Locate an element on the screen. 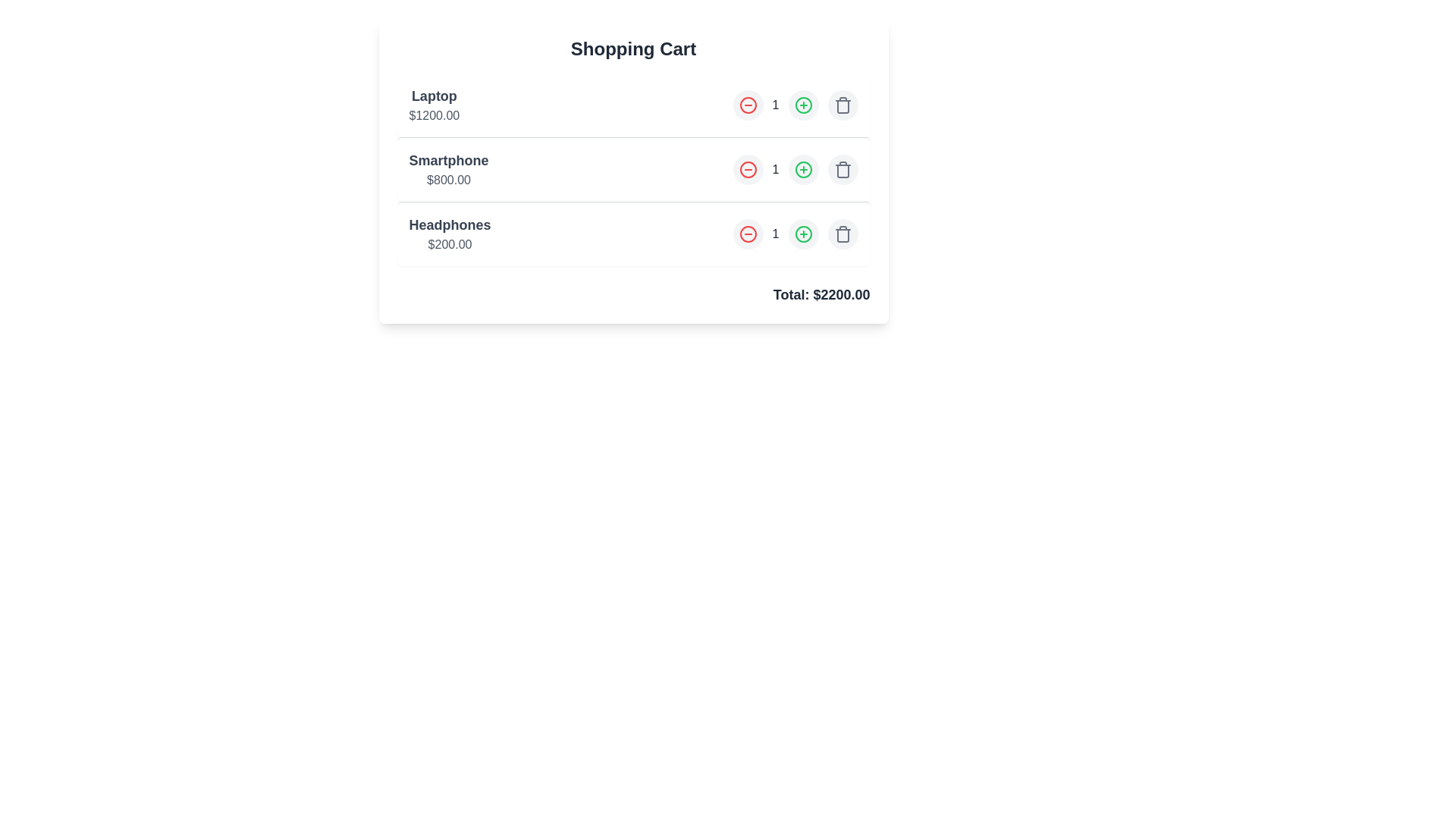 The image size is (1456, 819). the trash icon to remove the item Headphones from the cart is located at coordinates (842, 234).